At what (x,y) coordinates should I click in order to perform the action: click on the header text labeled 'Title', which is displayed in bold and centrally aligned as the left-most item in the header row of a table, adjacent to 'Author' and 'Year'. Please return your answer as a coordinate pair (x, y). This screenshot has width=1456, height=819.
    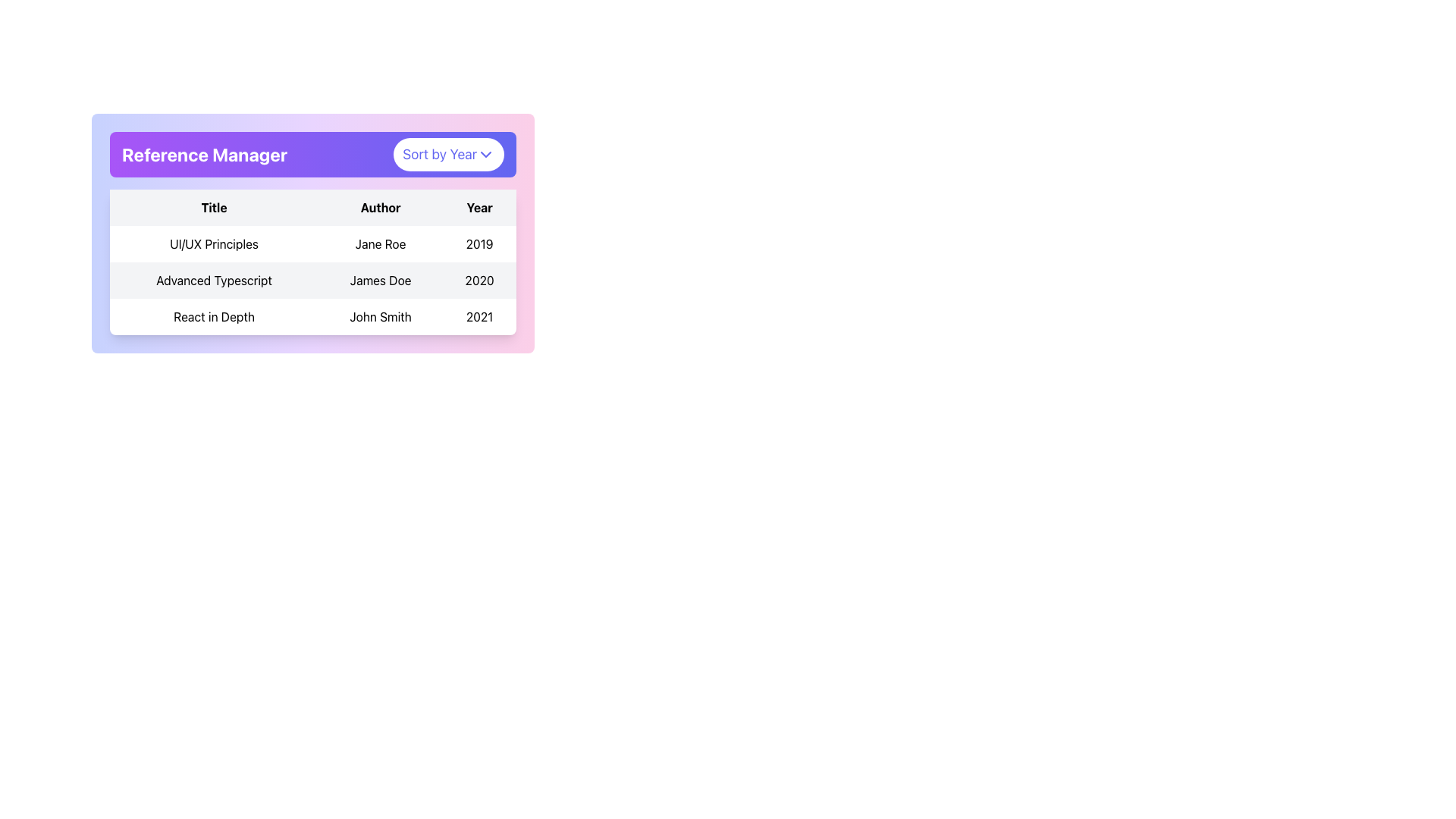
    Looking at the image, I should click on (213, 207).